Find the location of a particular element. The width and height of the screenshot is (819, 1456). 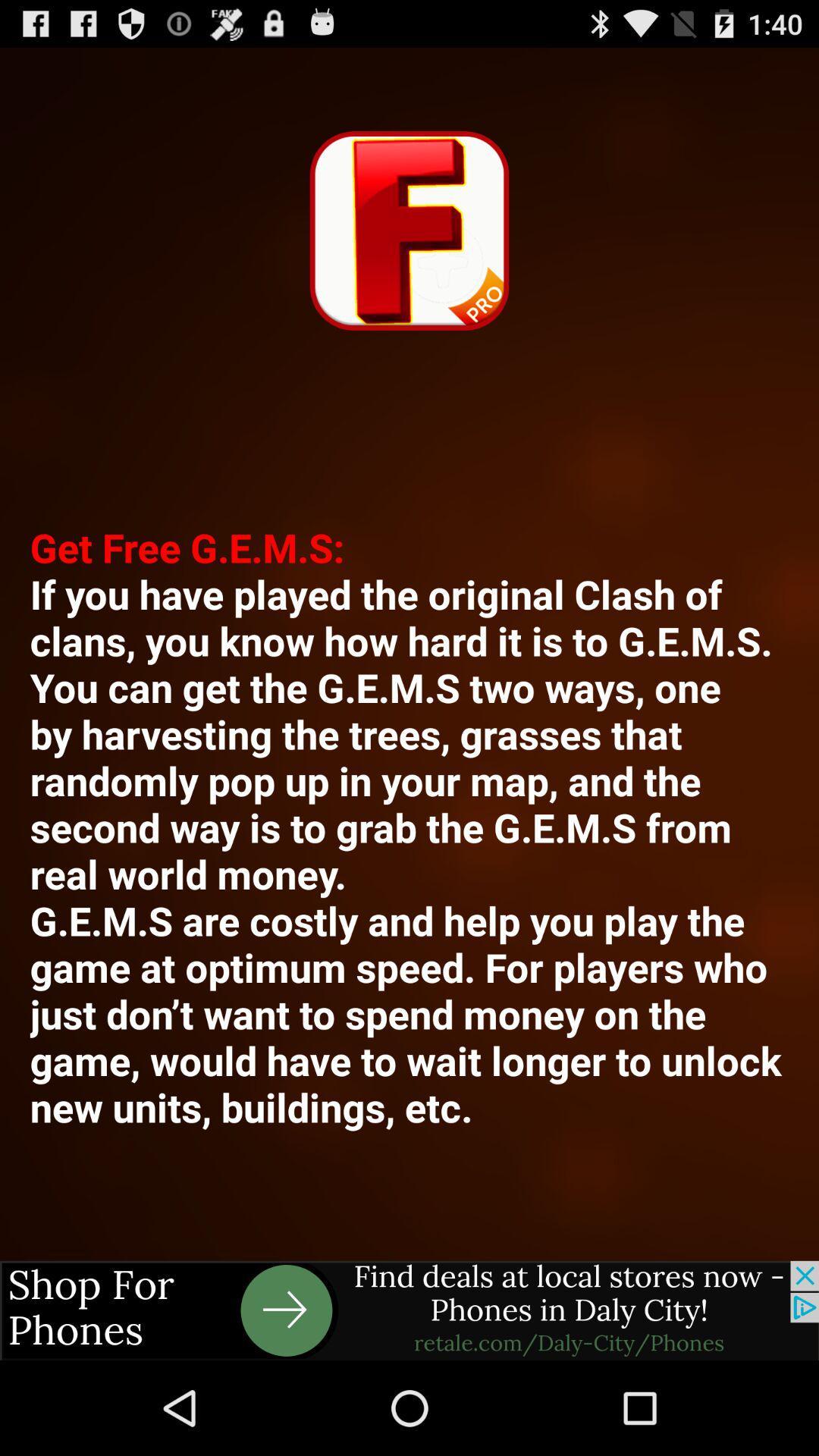

advertising is located at coordinates (409, 1310).